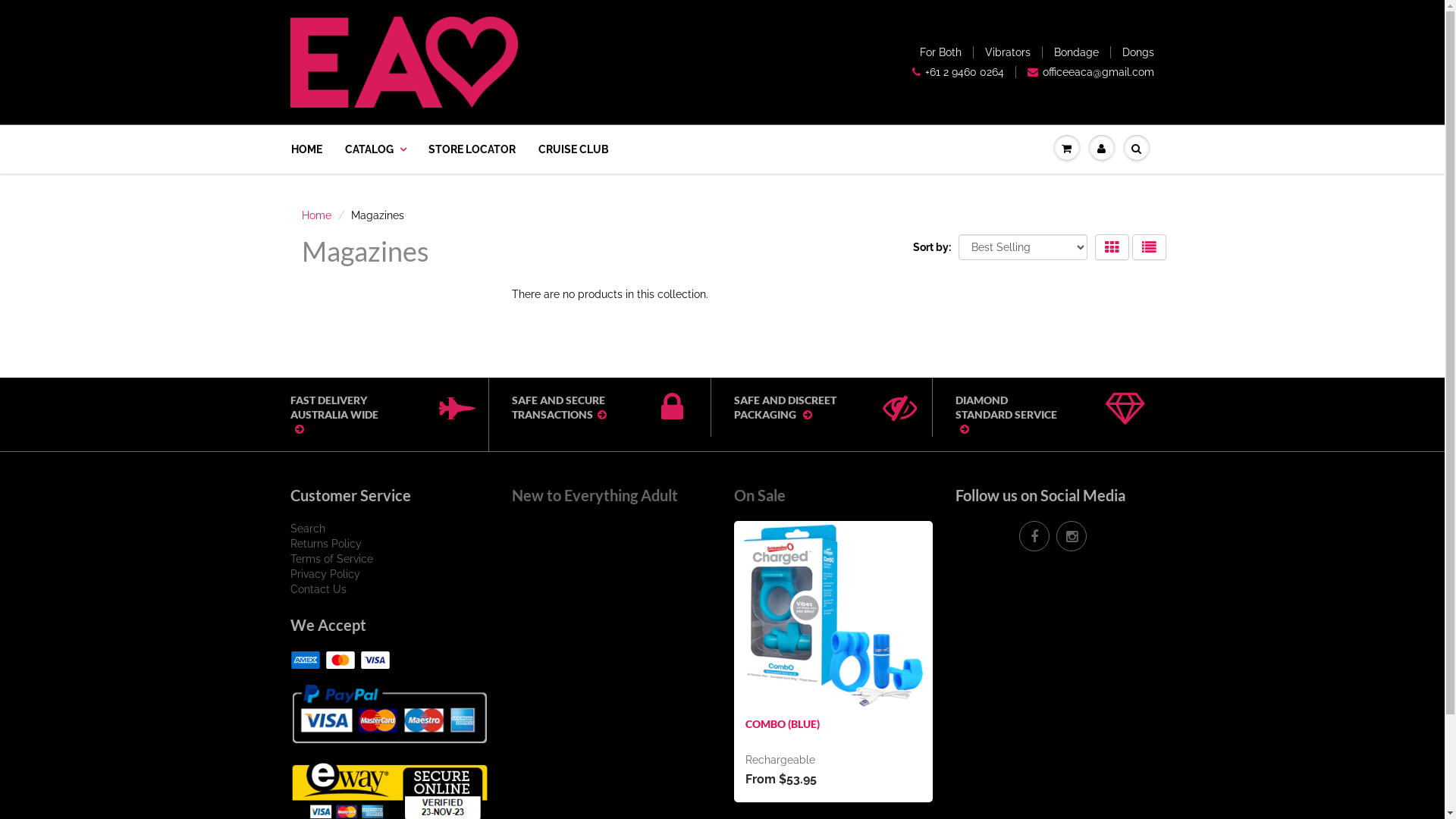  What do you see at coordinates (1138, 52) in the screenshot?
I see `'Dongs'` at bounding box center [1138, 52].